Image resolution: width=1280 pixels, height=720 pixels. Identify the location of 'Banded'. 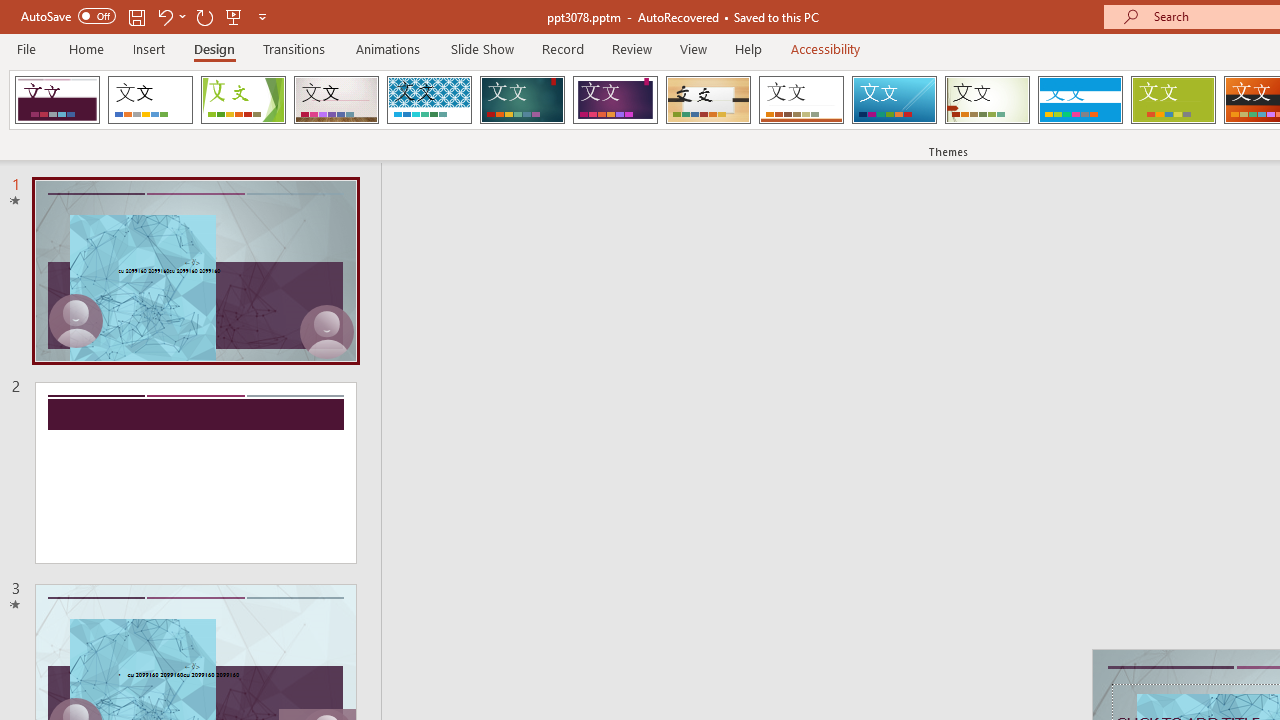
(1079, 100).